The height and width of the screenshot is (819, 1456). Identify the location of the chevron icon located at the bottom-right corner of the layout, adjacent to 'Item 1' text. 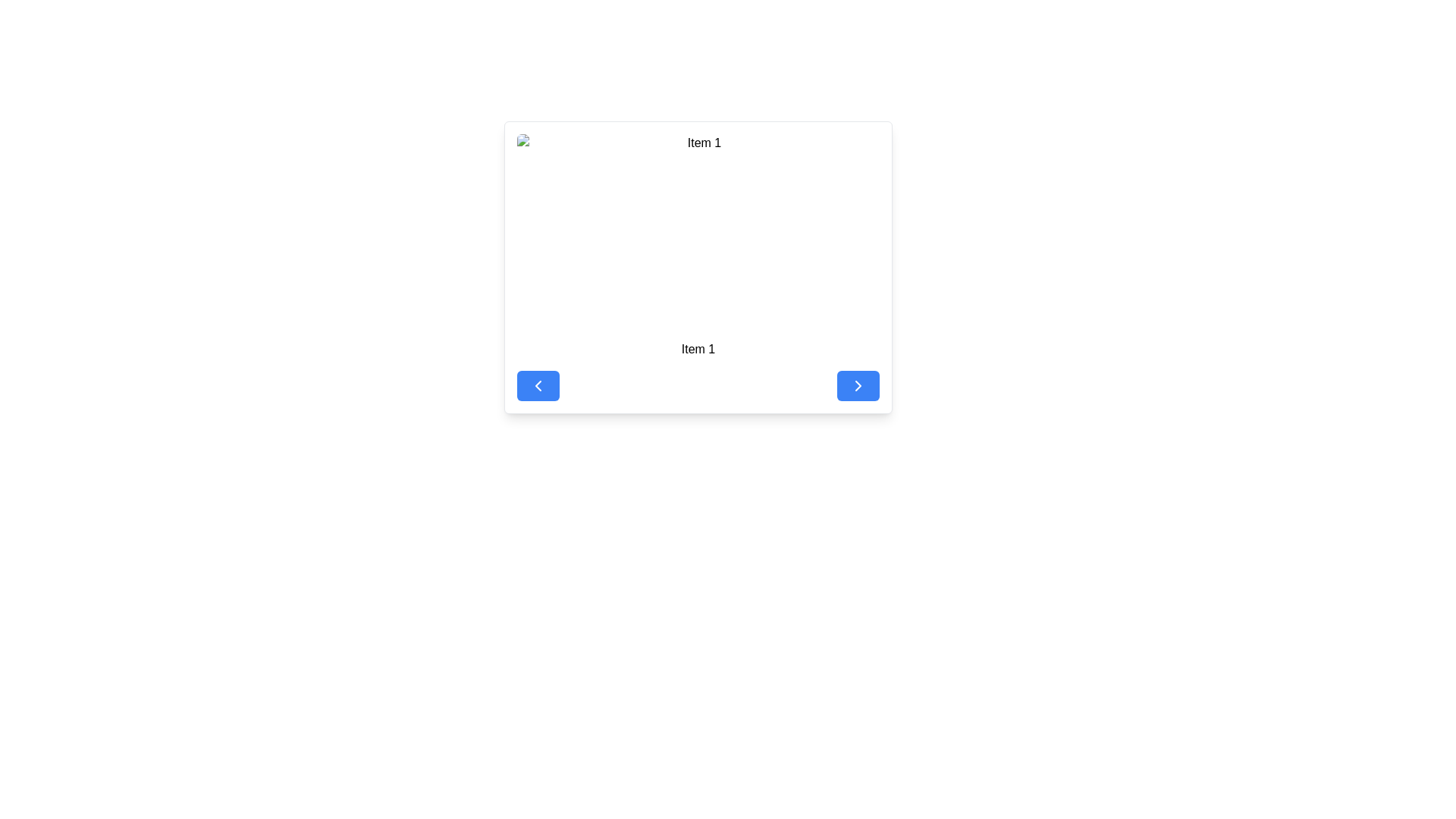
(858, 385).